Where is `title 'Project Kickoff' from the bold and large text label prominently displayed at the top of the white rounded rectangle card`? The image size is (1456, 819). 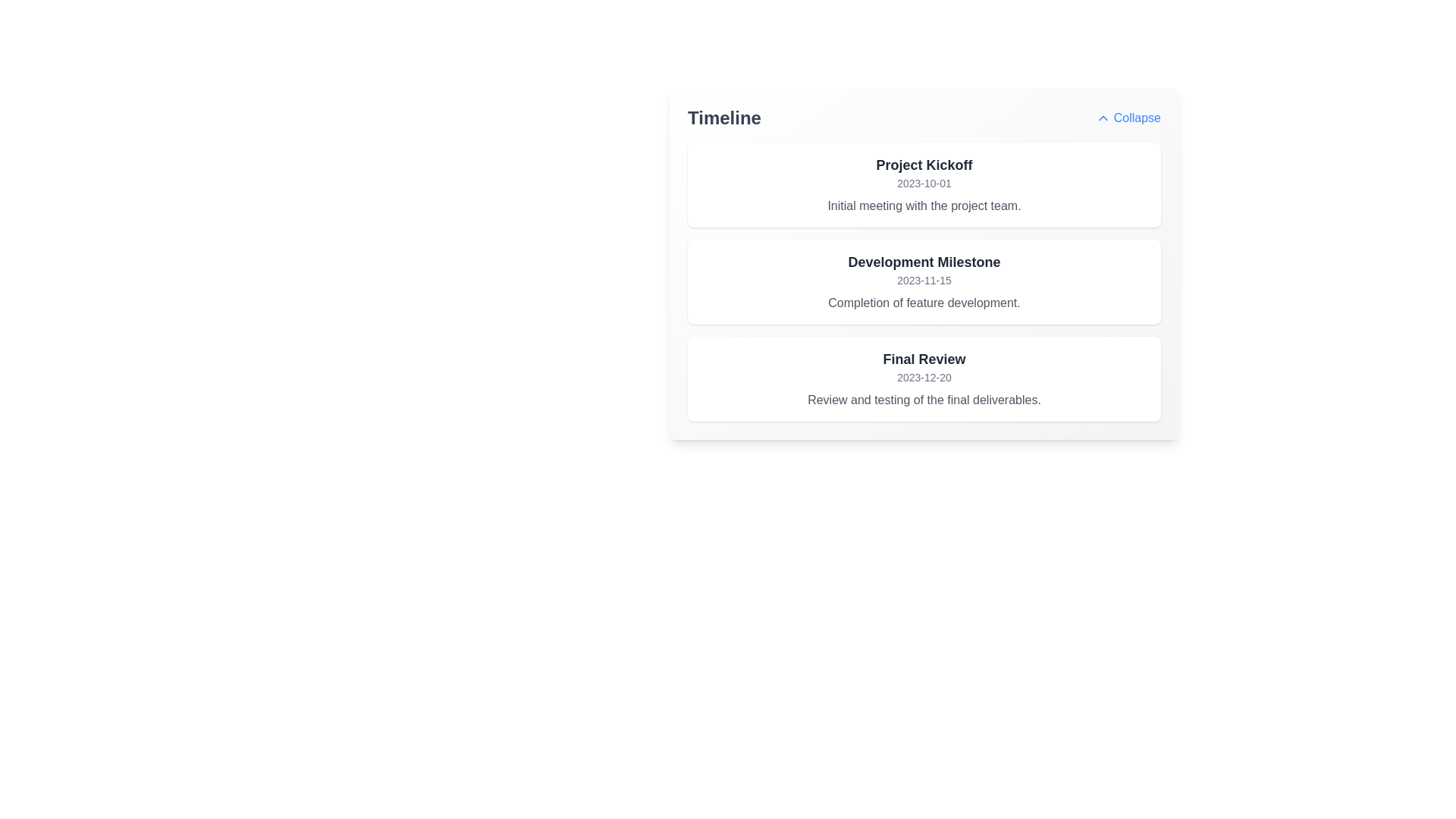
title 'Project Kickoff' from the bold and large text label prominently displayed at the top of the white rounded rectangle card is located at coordinates (924, 165).